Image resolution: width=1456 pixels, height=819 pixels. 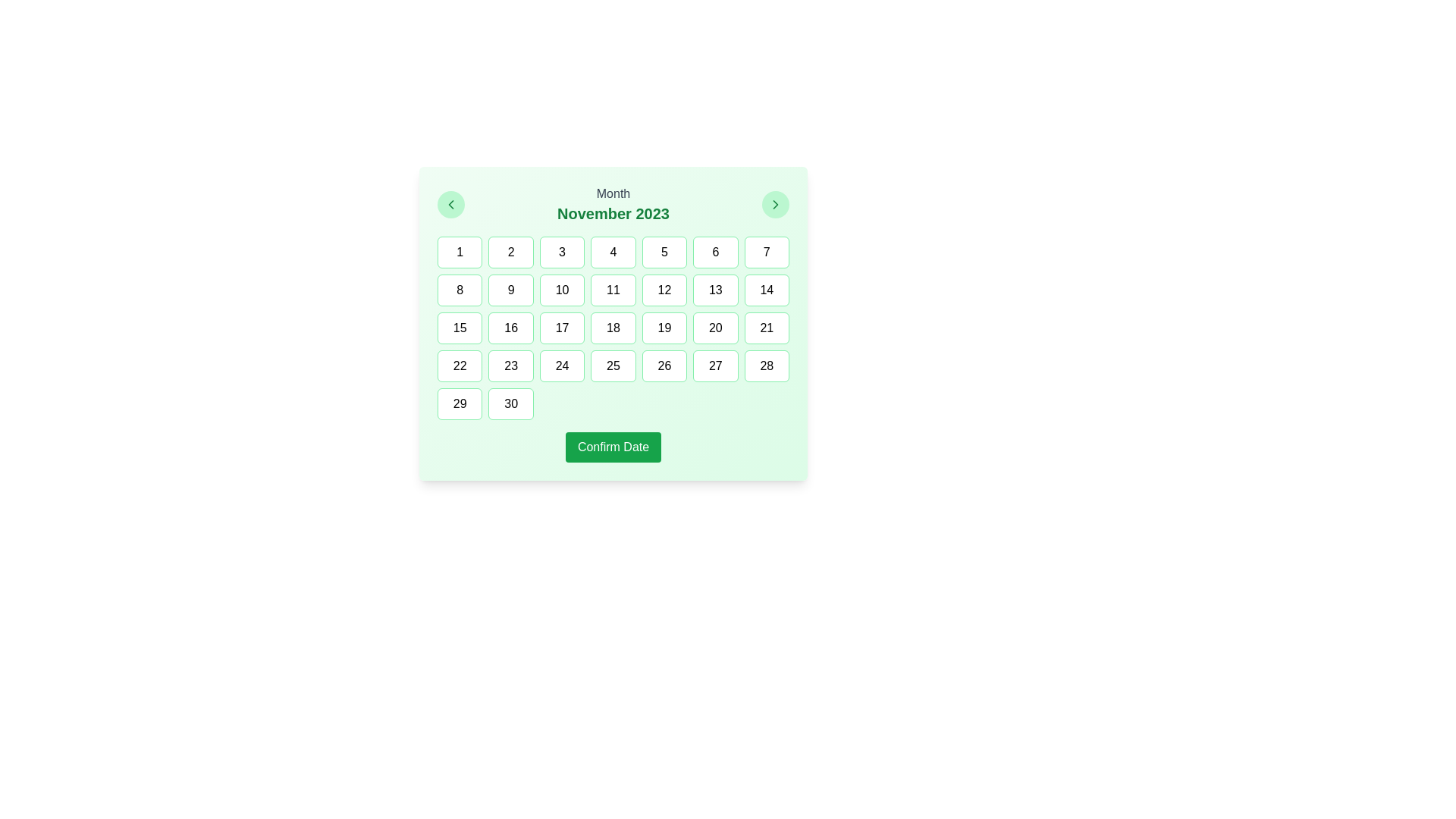 I want to click on the rectangular button with a white background, green border, and the number '21' in bold, located in the third row and seventh column of the calendar grid, so click(x=767, y=327).